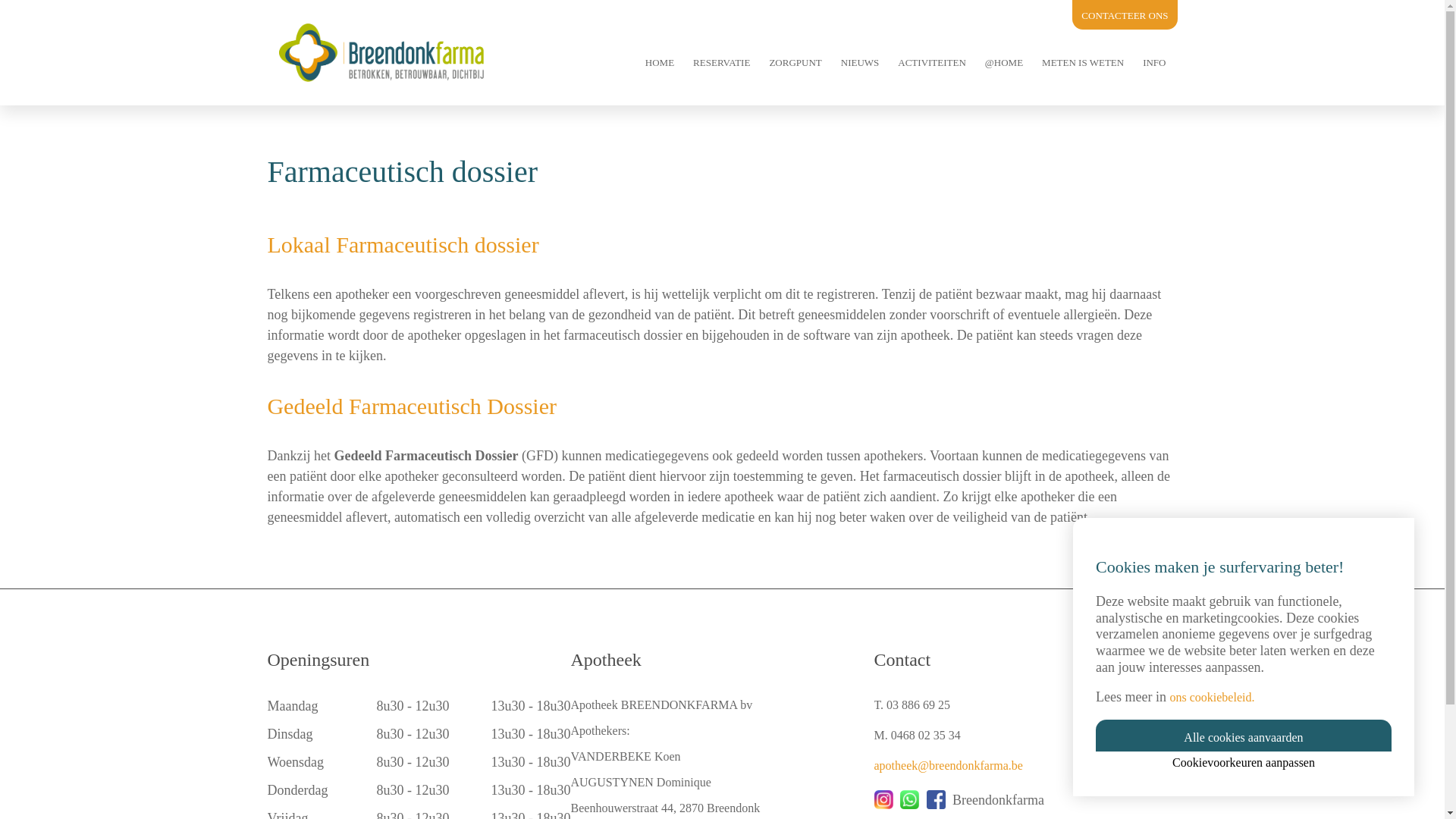 Image resolution: width=1456 pixels, height=819 pixels. I want to click on 'CONTACTEER ONS', so click(1125, 15).